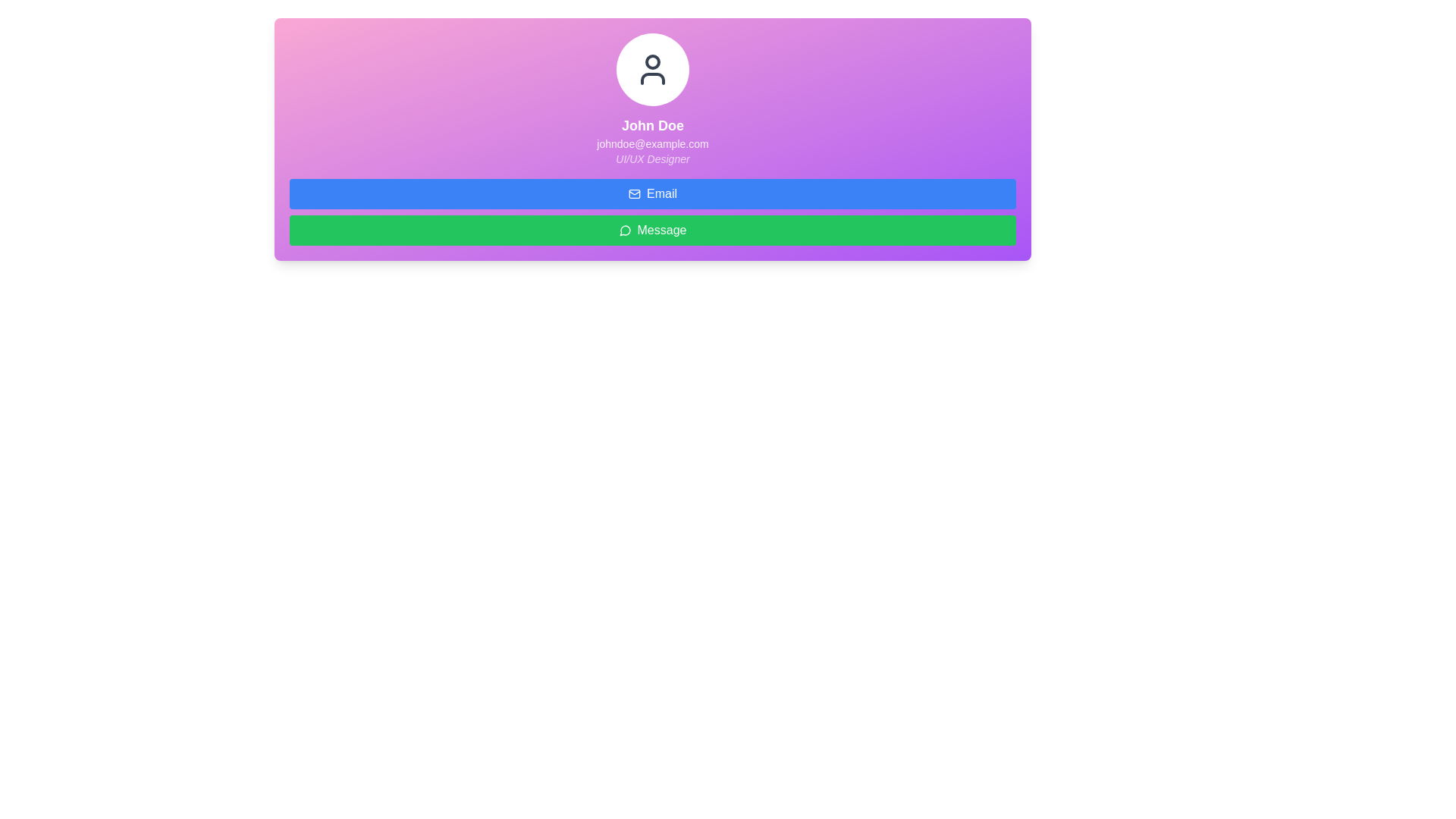 The width and height of the screenshot is (1456, 819). Describe the element at coordinates (634, 193) in the screenshot. I see `the details of the mail icon, which is a minimalist outline design of an envelope located within a blue rectangular button labeled 'Email'` at that location.